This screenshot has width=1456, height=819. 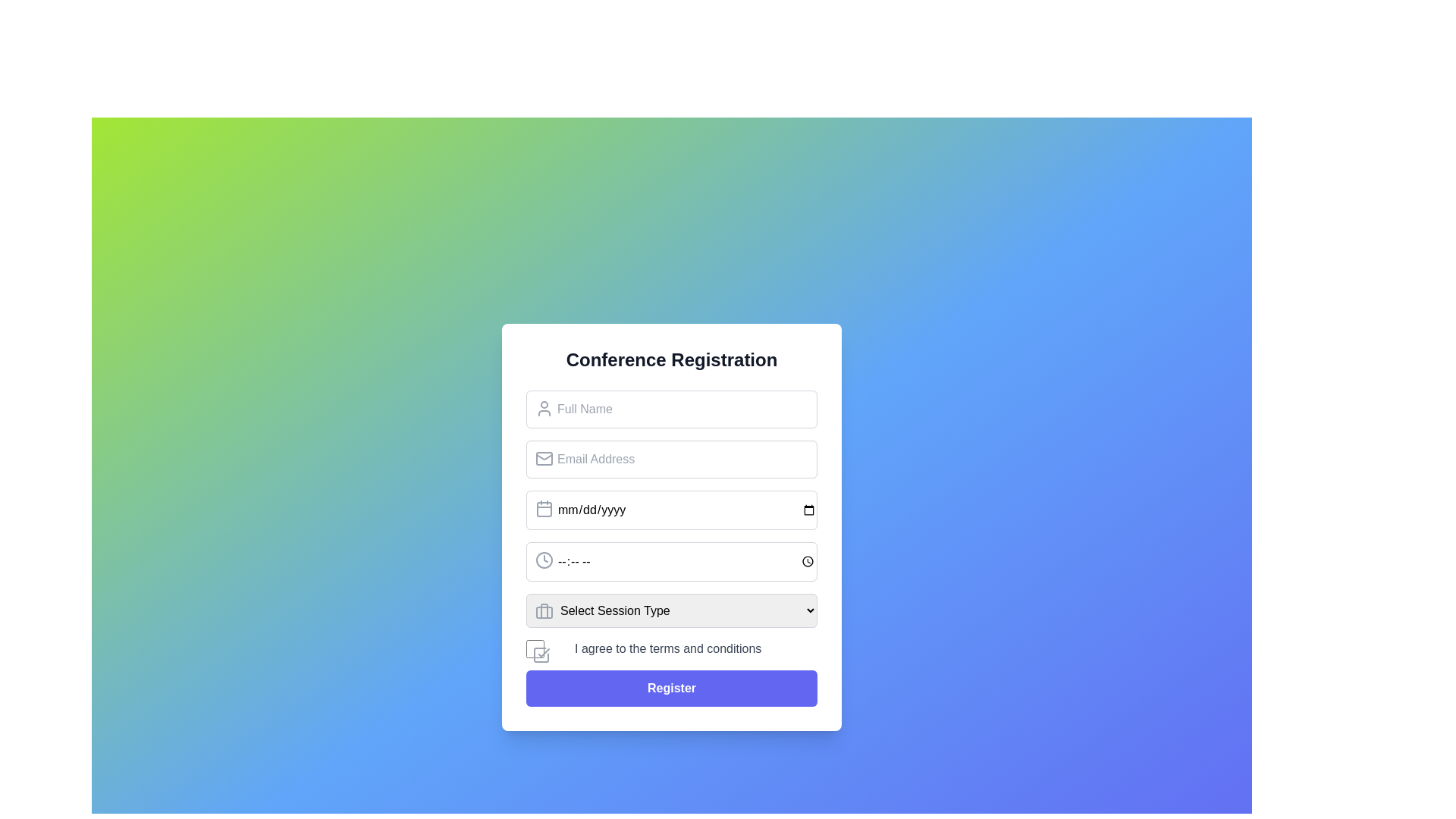 I want to click on the text label that informs the user about agreeing to the terms and conditions, located below the dropdown menu for 'Select Session Type' and to the right of the 'agreement' checkbox, so click(x=667, y=648).